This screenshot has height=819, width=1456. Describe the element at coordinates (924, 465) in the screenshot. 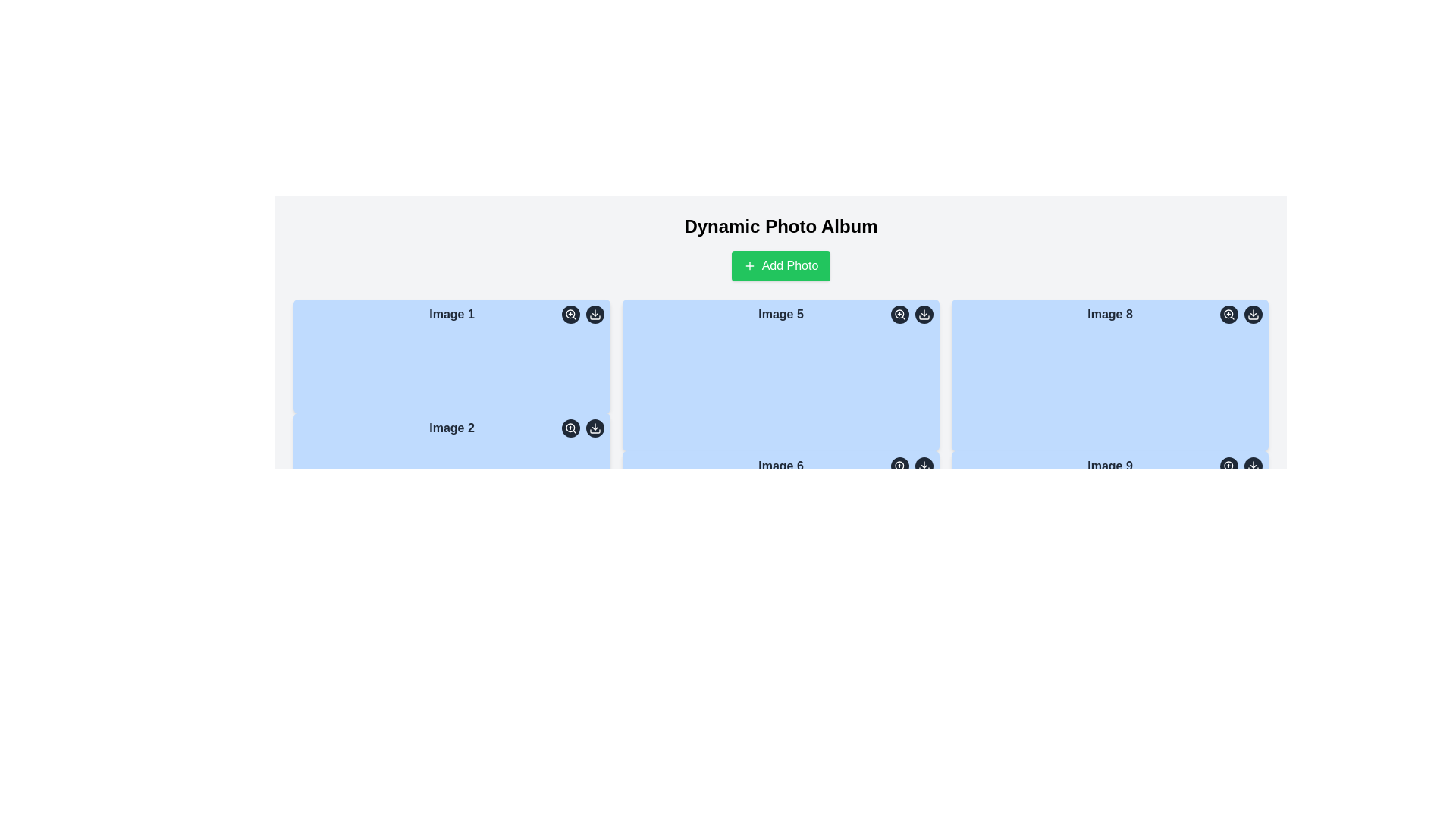

I see `the download icon button at the bottom-right corner of the blue card labeled 'Image 6' to initiate the download` at that location.